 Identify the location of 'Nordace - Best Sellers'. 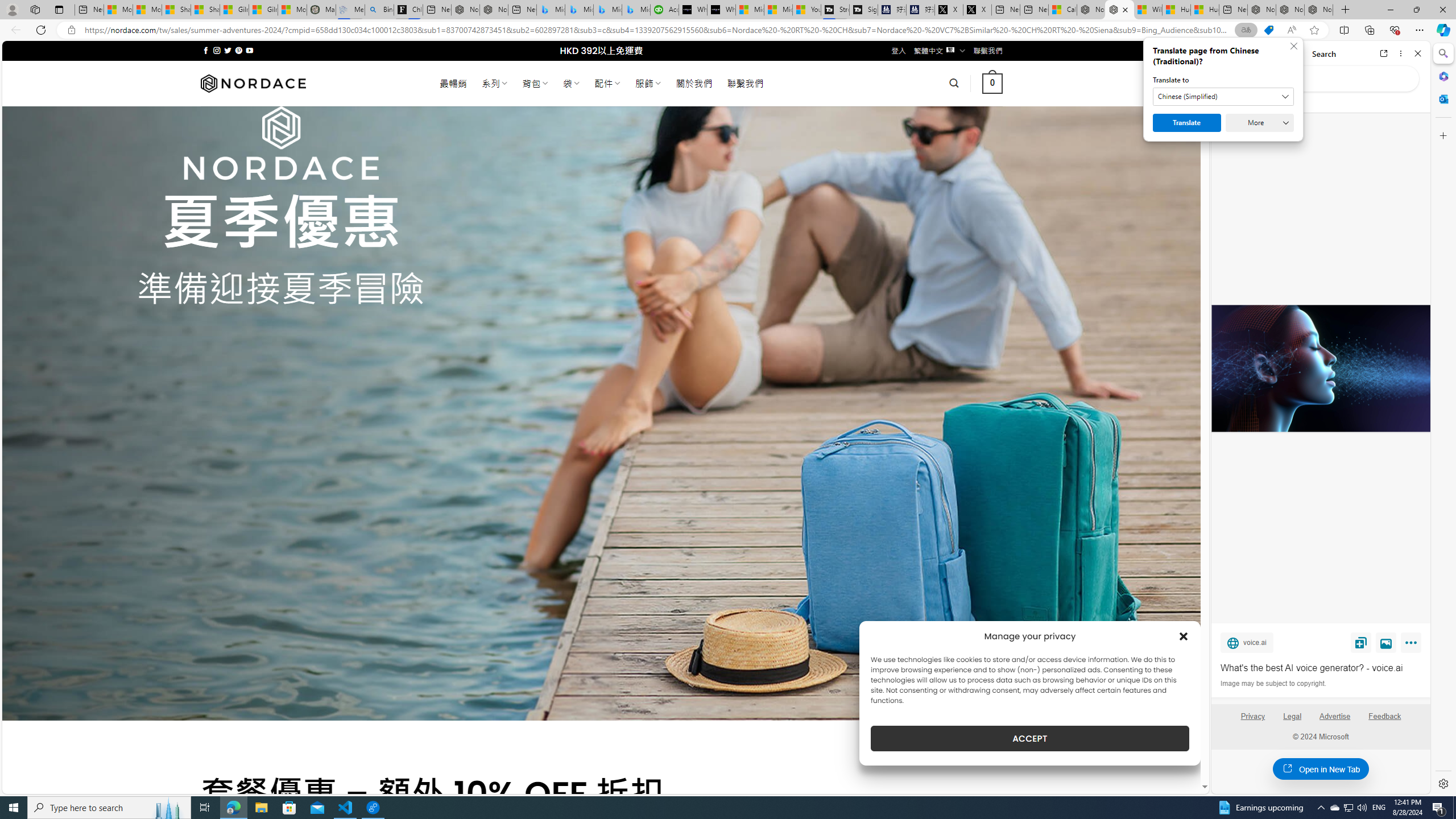
(1261, 9).